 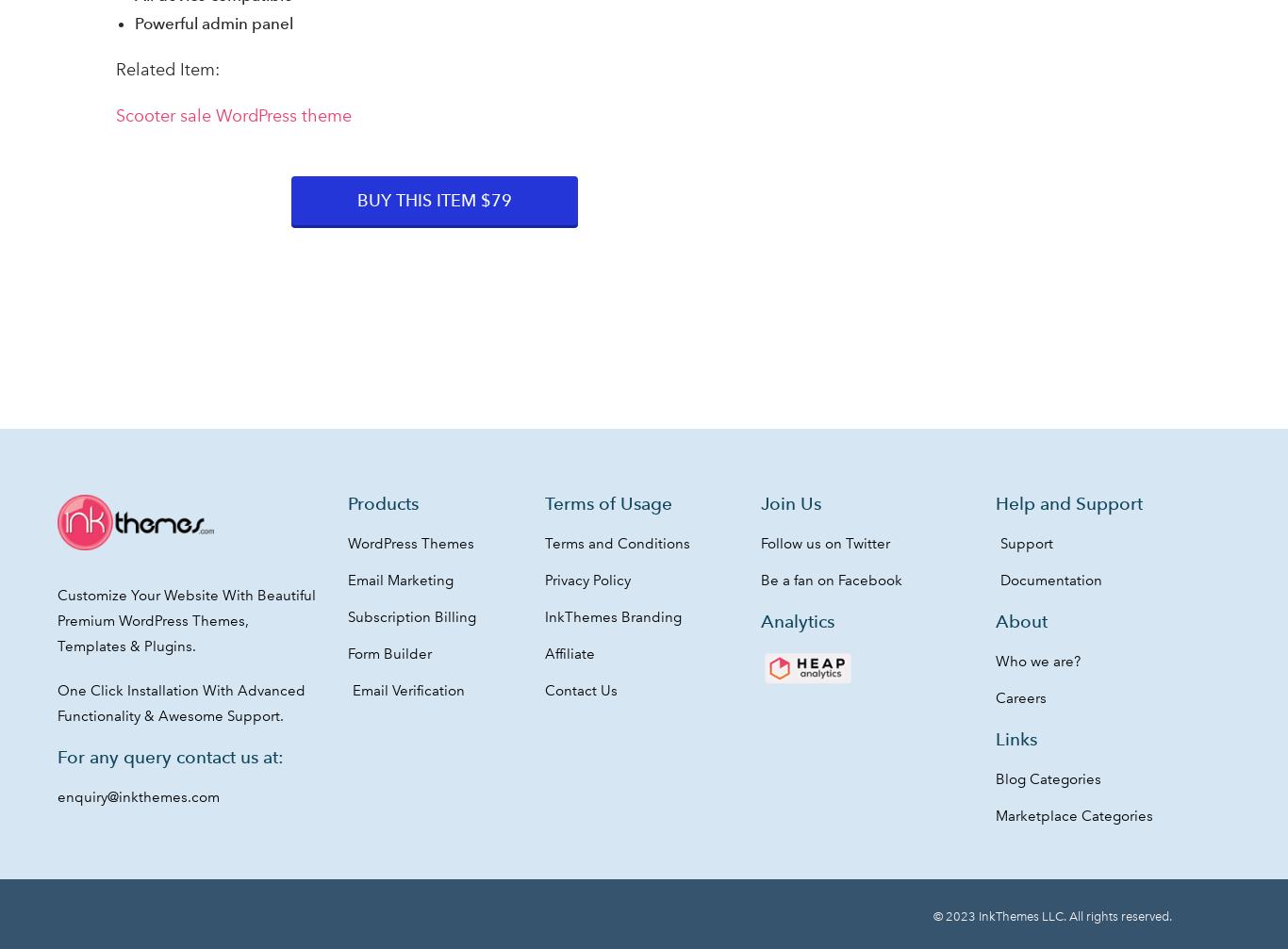 I want to click on 'Form Builder', so click(x=388, y=653).